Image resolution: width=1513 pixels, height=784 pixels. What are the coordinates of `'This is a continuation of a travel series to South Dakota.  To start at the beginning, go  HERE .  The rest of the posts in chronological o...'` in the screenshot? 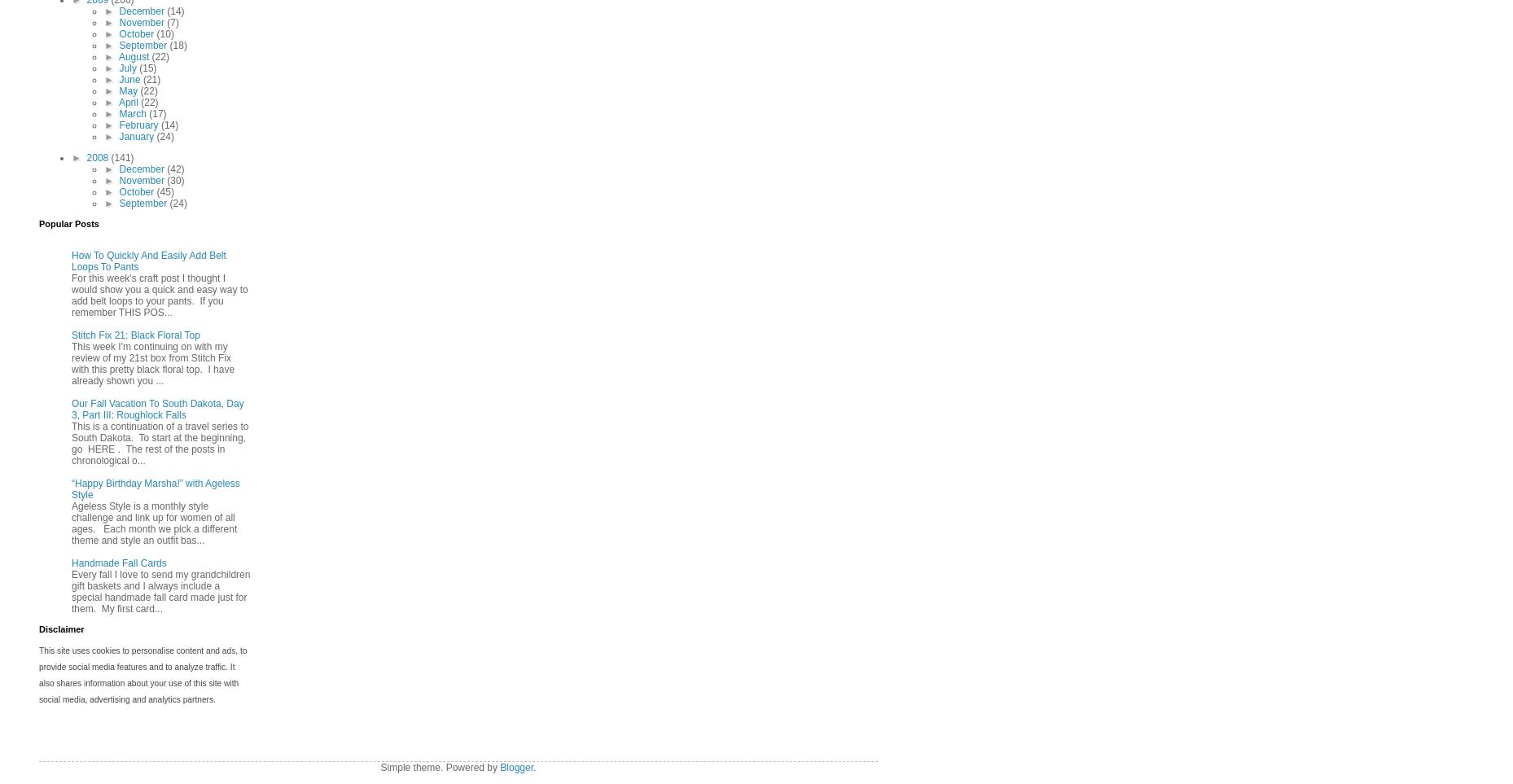 It's located at (159, 442).